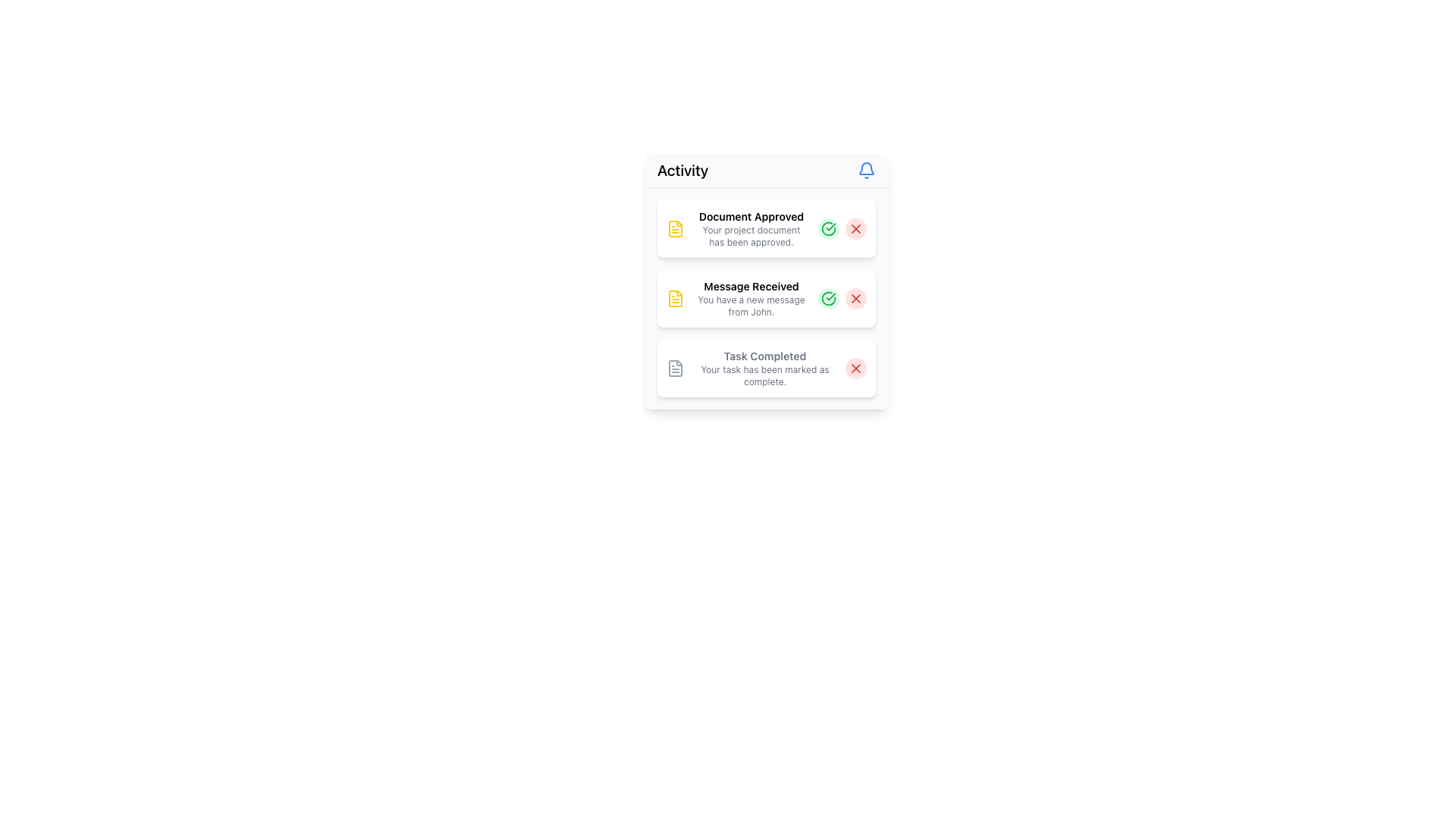  What do you see at coordinates (855, 369) in the screenshot?
I see `the cancel icon located to the far right of the 'Task Completed' item in the 'Activity' section` at bounding box center [855, 369].